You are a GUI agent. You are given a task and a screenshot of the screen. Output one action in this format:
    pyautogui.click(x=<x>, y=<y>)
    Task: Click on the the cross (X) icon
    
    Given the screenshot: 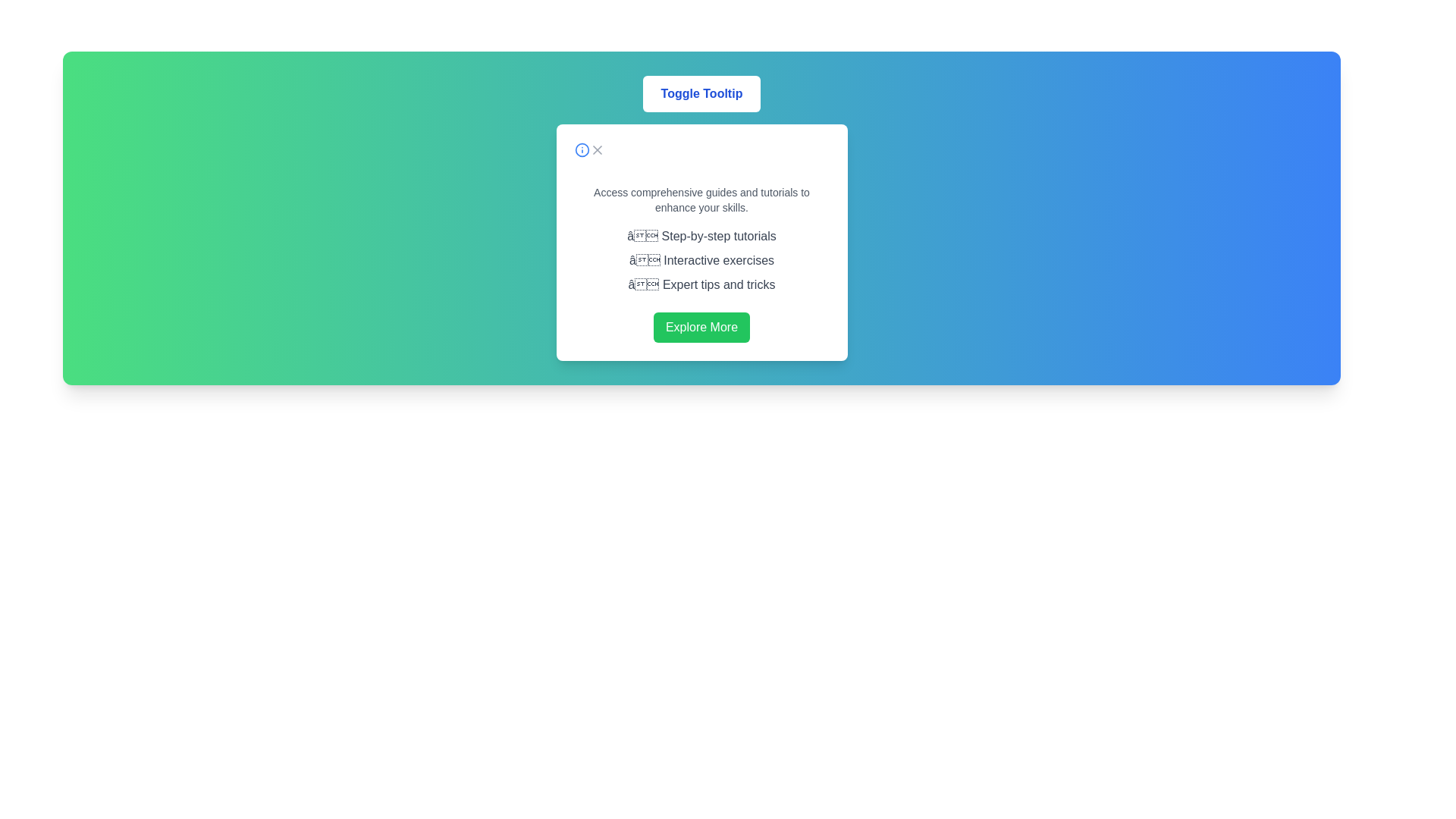 What is the action you would take?
    pyautogui.click(x=596, y=149)
    